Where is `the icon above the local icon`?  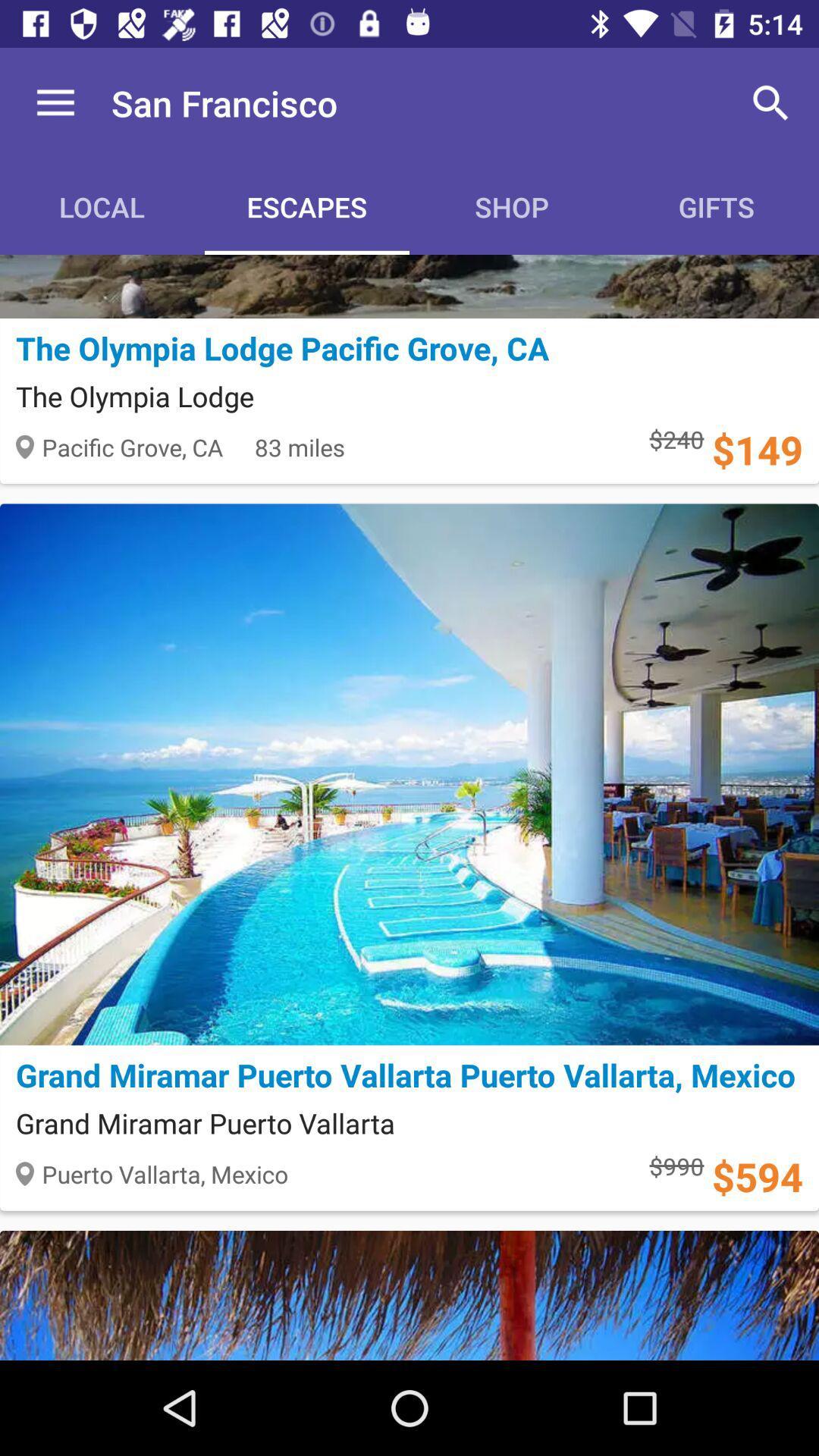 the icon above the local icon is located at coordinates (55, 102).